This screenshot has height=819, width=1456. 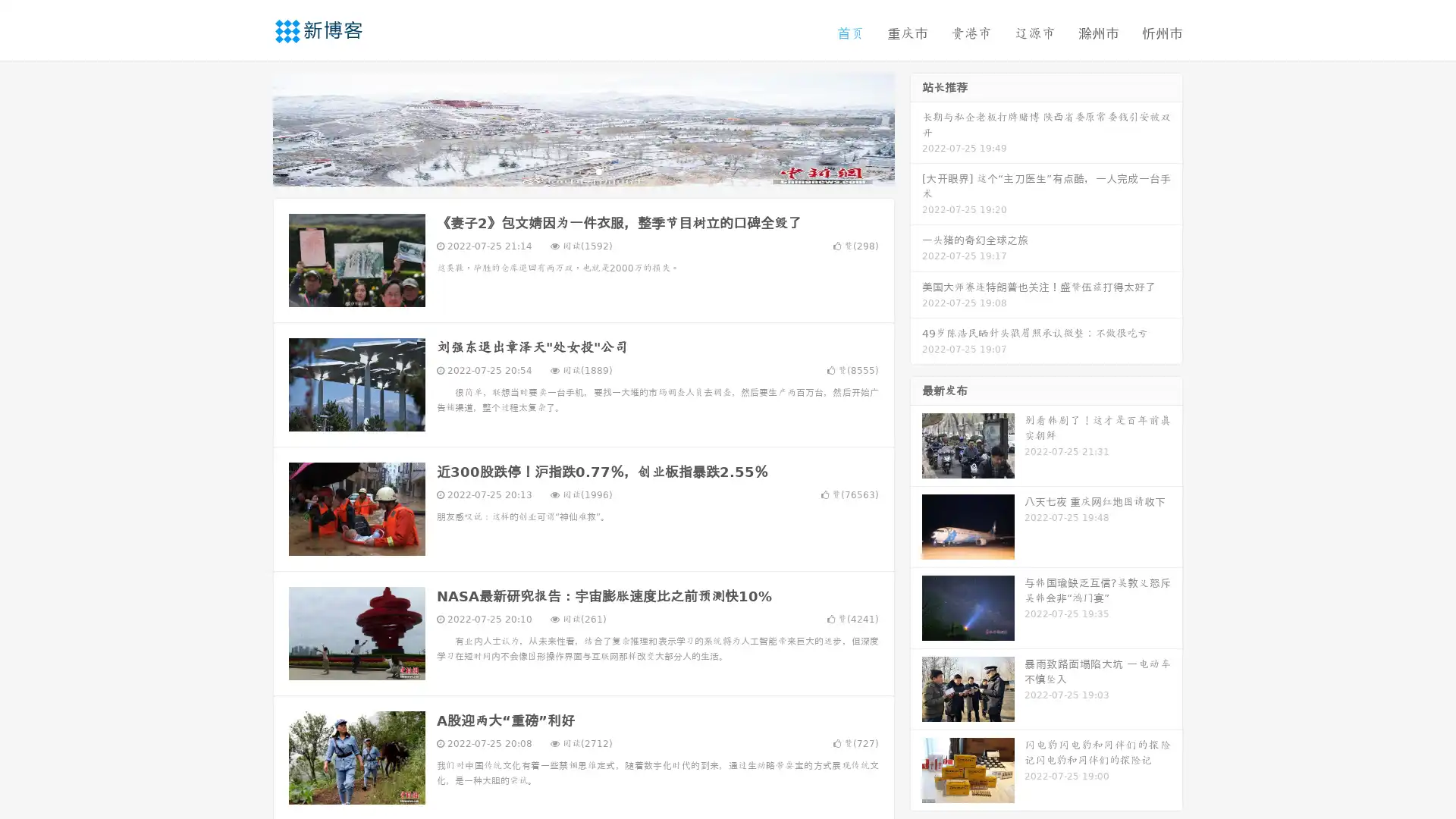 I want to click on Previous slide, so click(x=250, y=127).